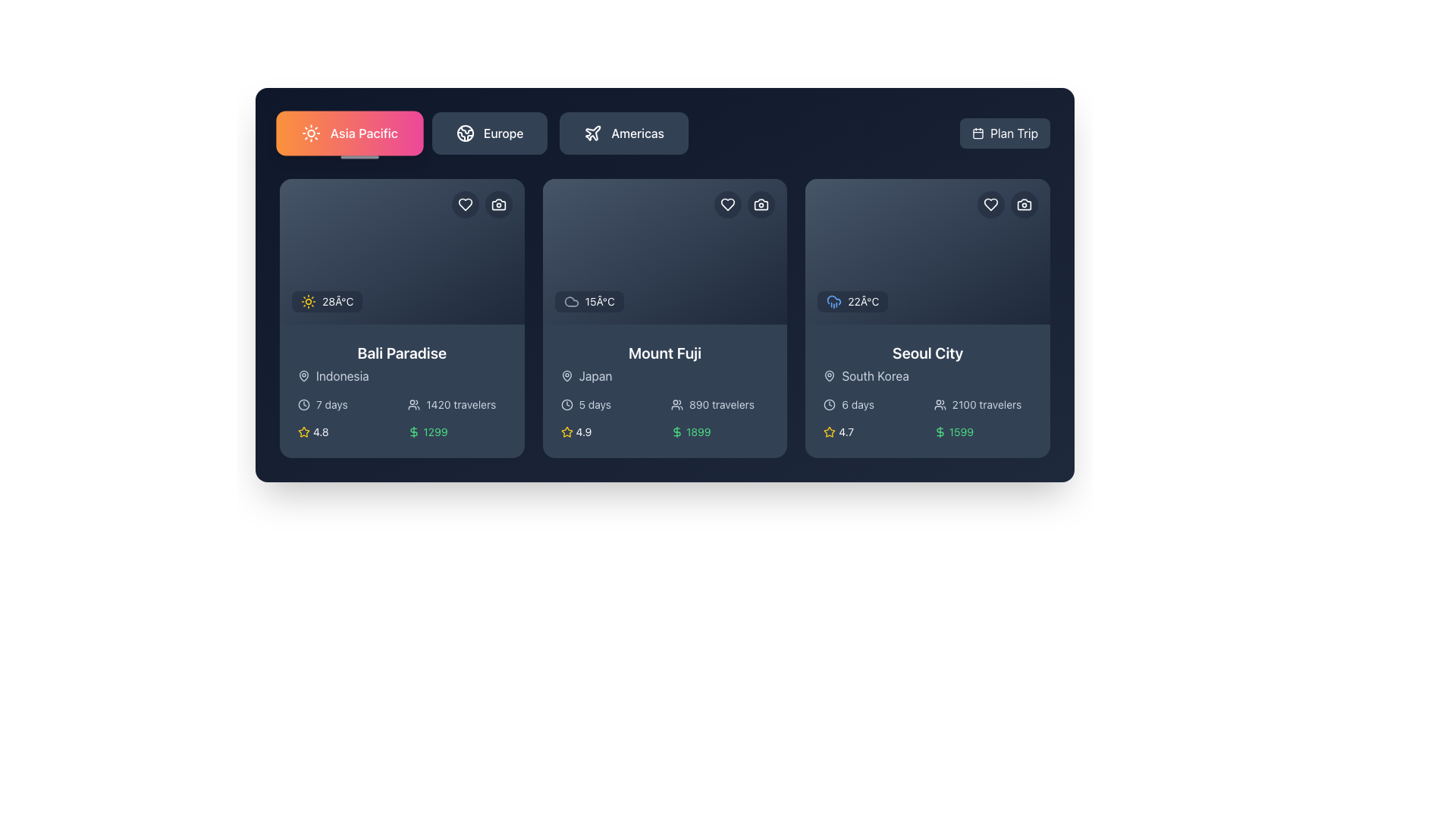 This screenshot has height=819, width=1456. I want to click on the heart-shaped icon located at the top-right corner of the 'Mount Fuji' card to favorite the item, so click(728, 205).